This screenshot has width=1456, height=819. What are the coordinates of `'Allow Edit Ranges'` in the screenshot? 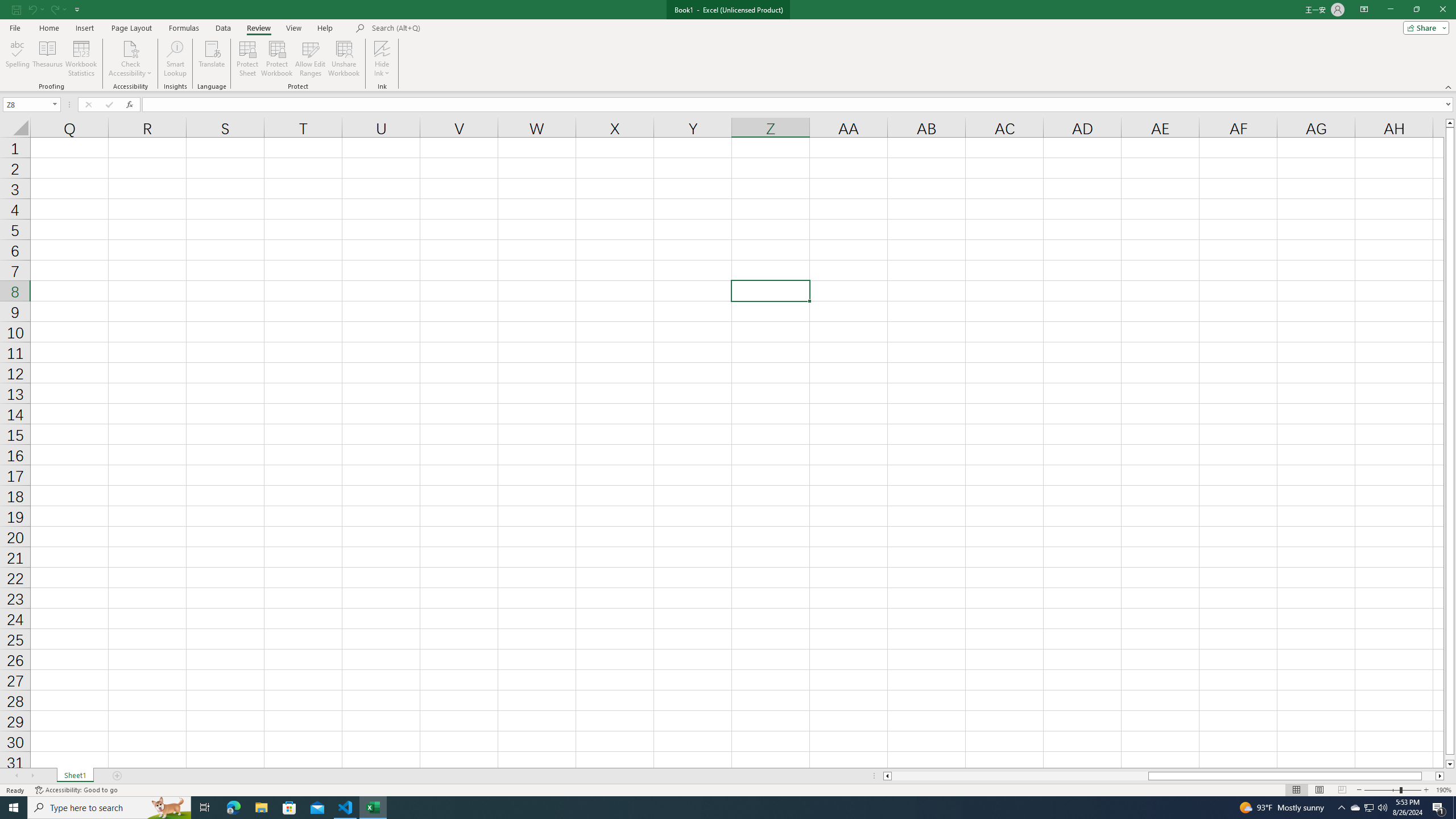 It's located at (311, 59).